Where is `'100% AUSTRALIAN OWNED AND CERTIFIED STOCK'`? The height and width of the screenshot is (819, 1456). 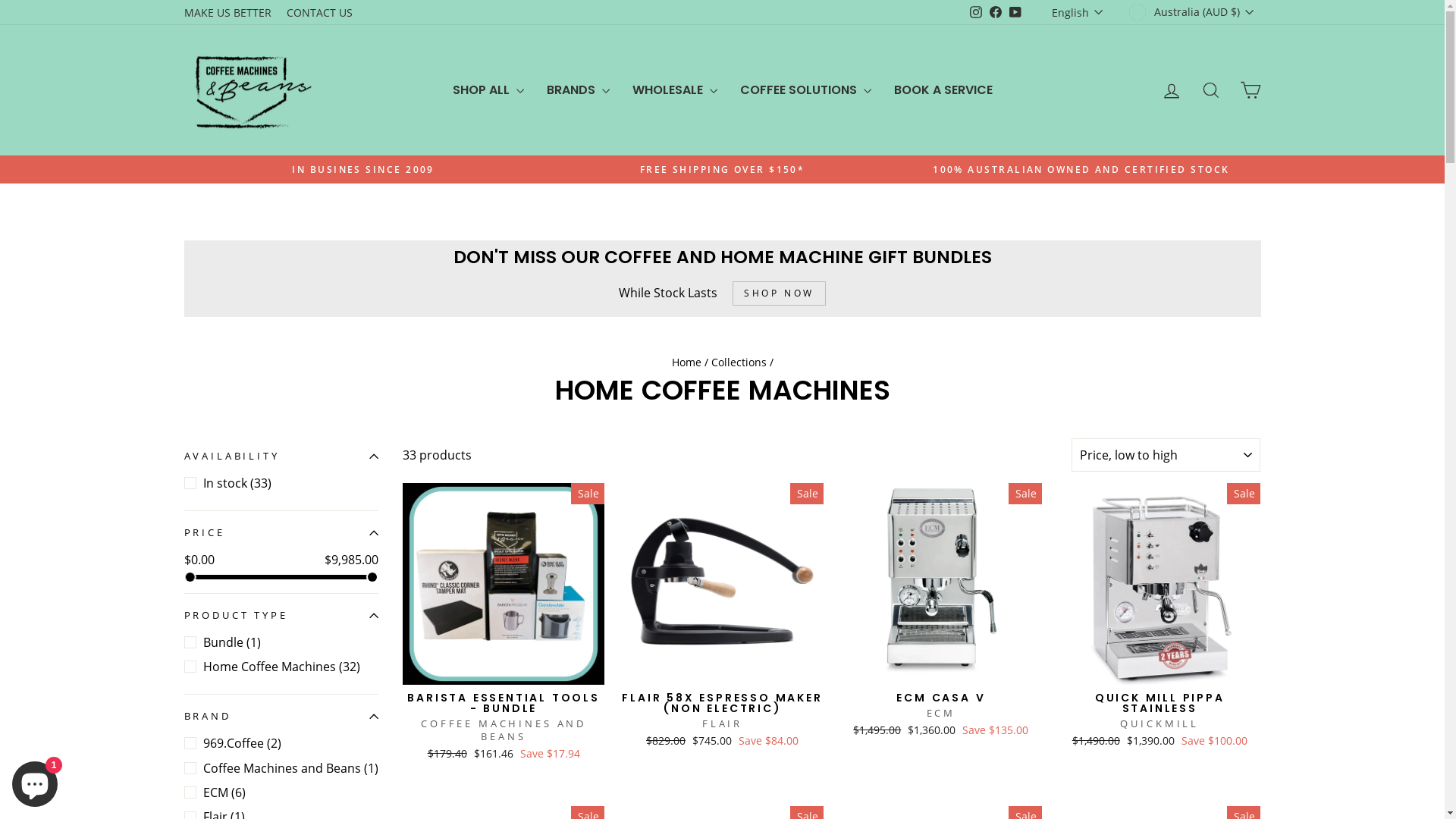 '100% AUSTRALIAN OWNED AND CERTIFIED STOCK' is located at coordinates (1080, 169).